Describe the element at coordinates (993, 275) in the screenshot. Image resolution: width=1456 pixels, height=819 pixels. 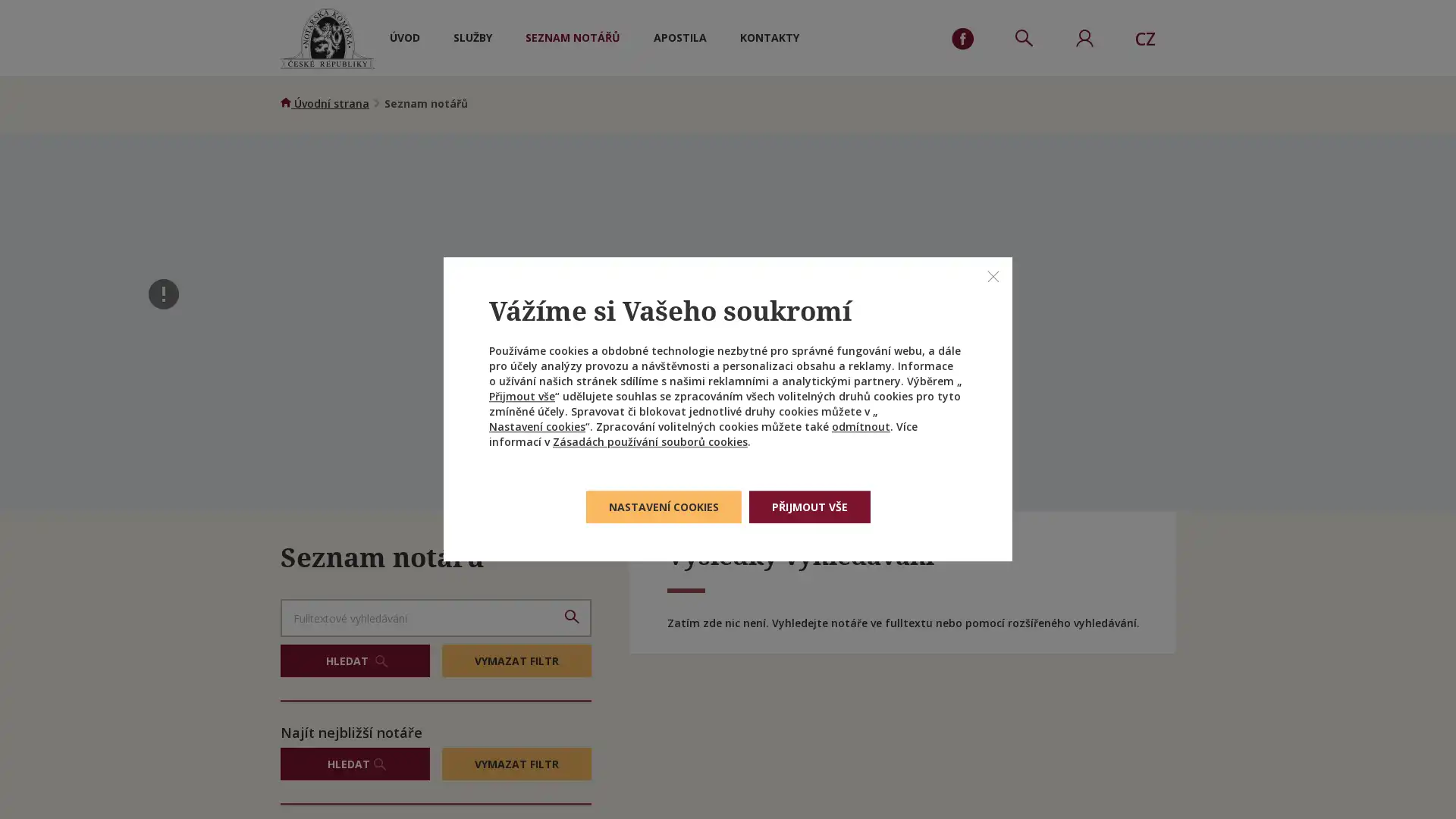
I see `Zavrit` at that location.